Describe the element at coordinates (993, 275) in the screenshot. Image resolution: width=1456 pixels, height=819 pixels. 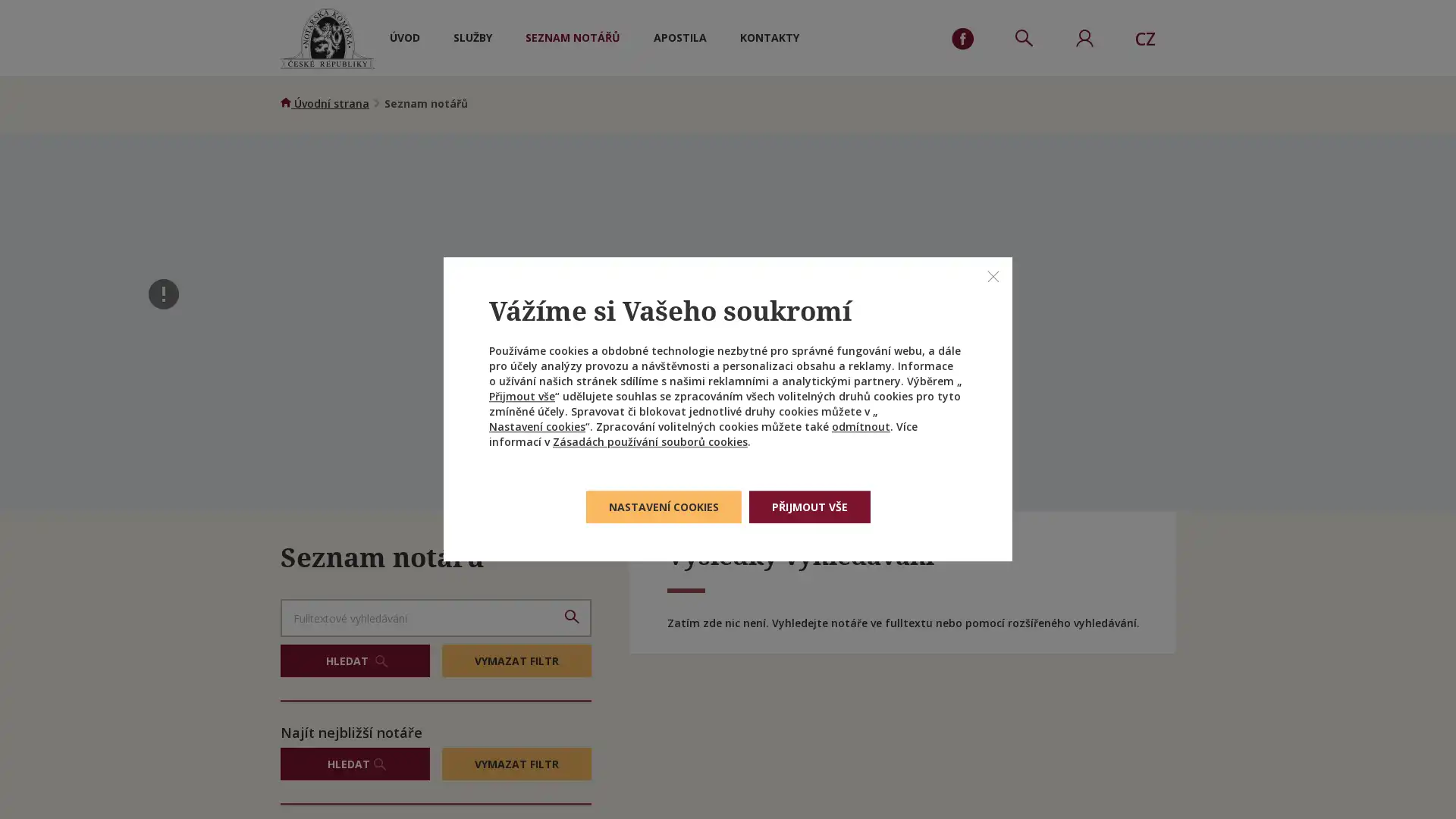
I see `Zavrit` at that location.